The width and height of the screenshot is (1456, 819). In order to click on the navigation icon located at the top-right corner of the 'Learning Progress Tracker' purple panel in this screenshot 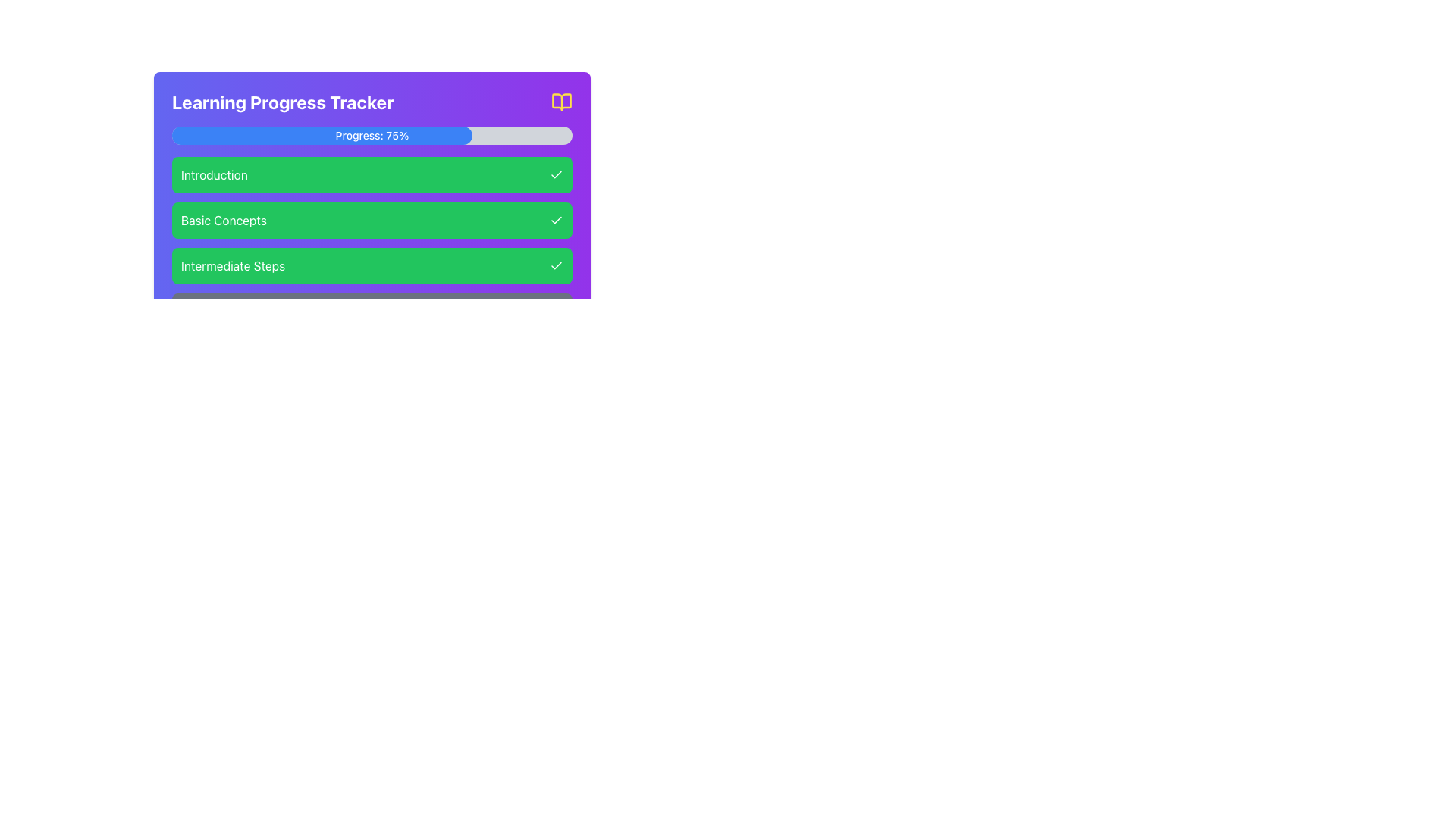, I will do `click(560, 102)`.